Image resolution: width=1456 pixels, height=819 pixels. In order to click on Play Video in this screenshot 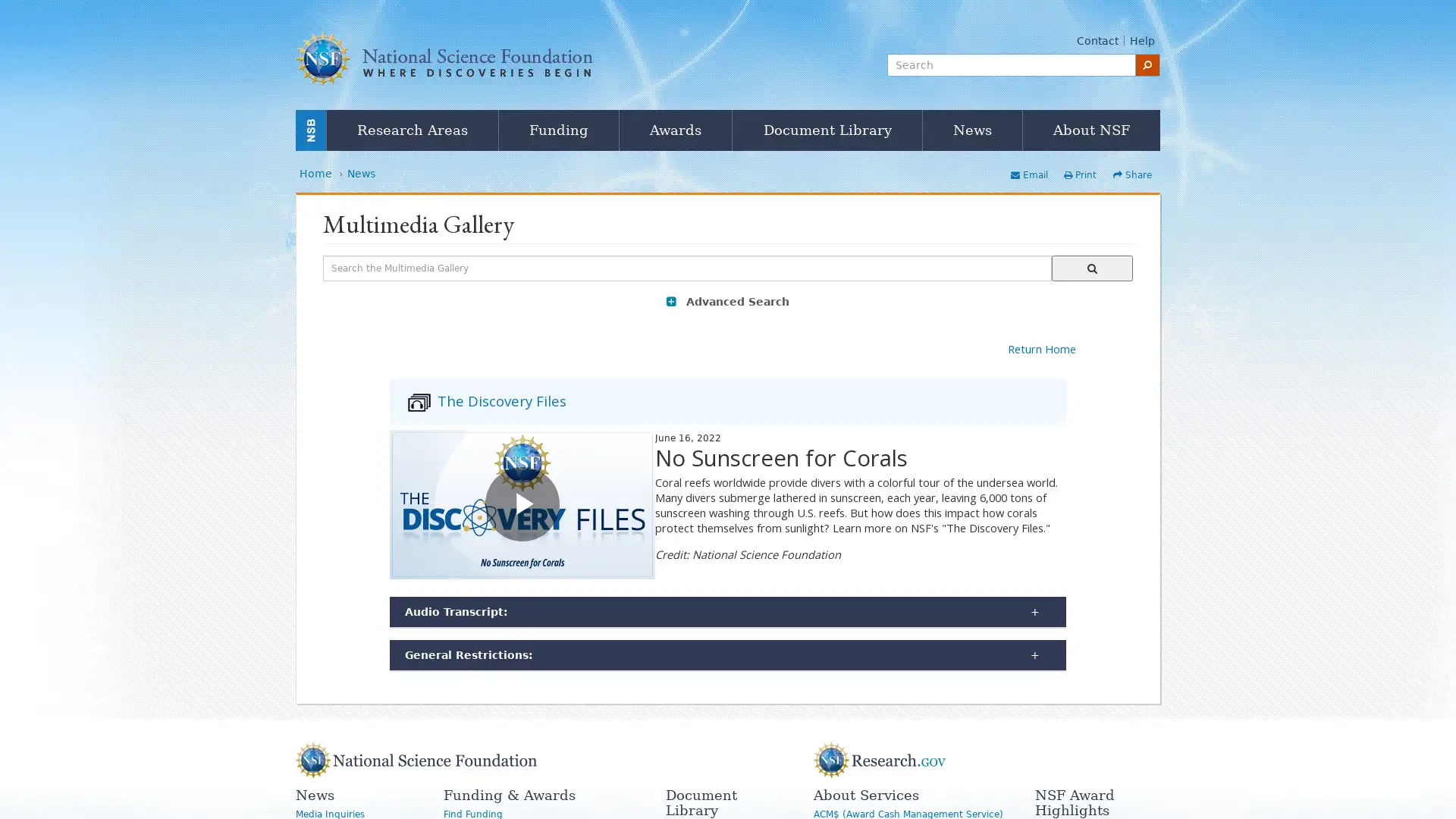, I will do `click(522, 504)`.